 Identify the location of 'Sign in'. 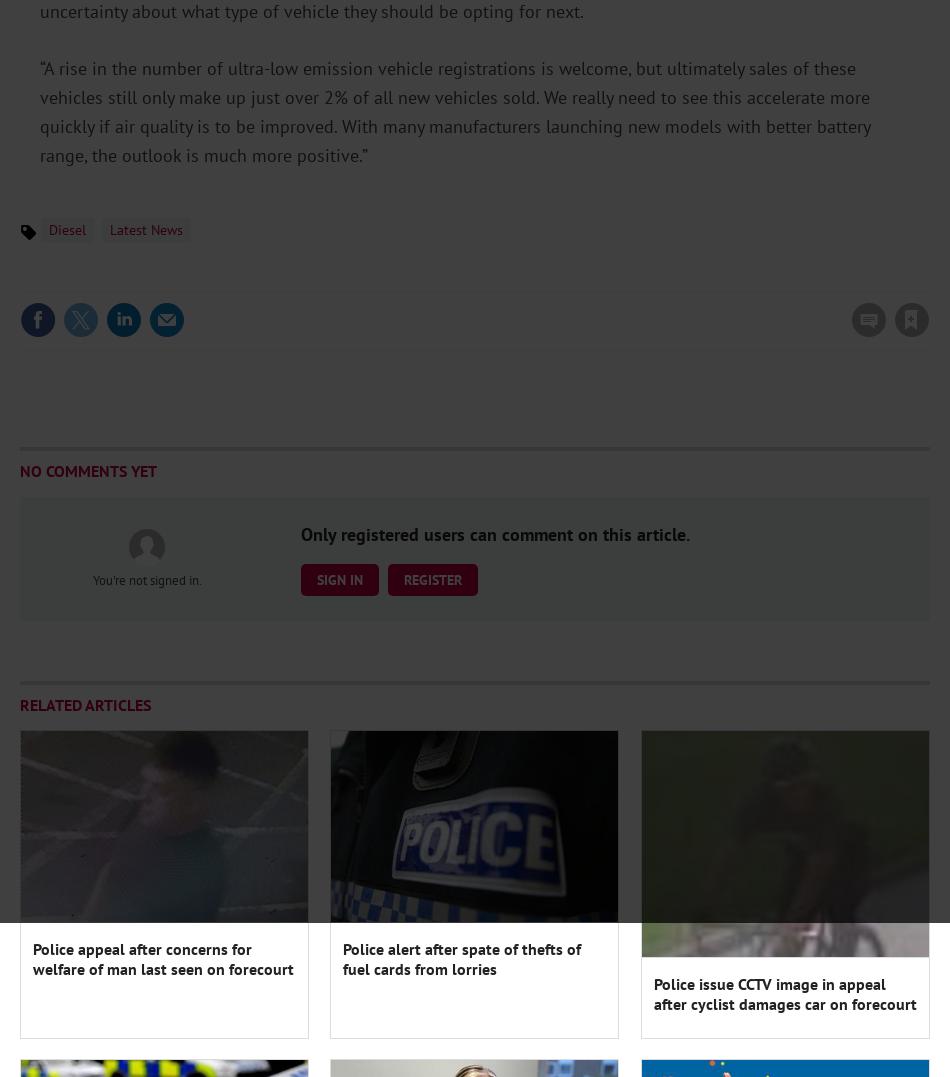
(649, 278).